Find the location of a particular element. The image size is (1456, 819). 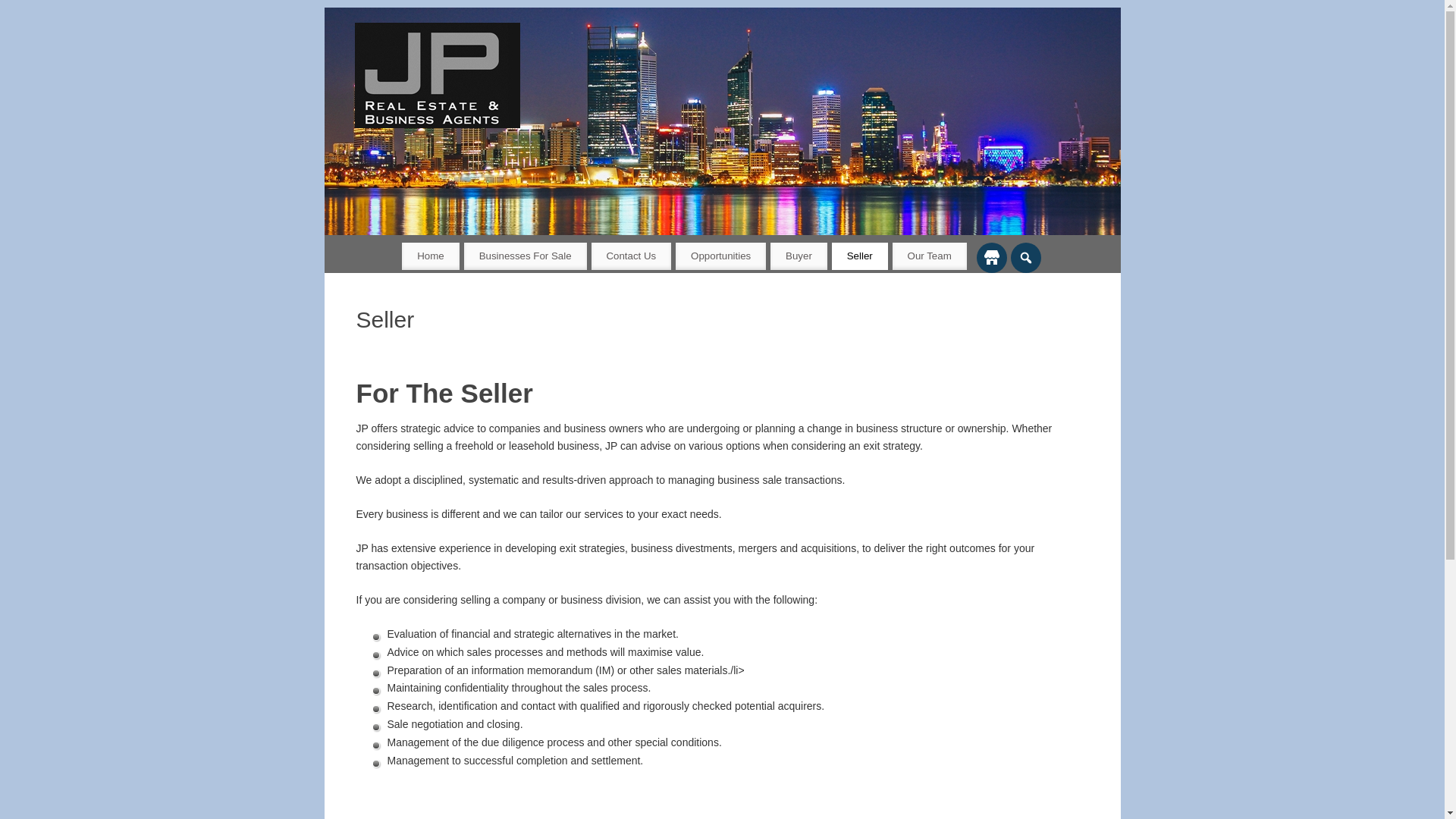

'Our Team' is located at coordinates (928, 256).